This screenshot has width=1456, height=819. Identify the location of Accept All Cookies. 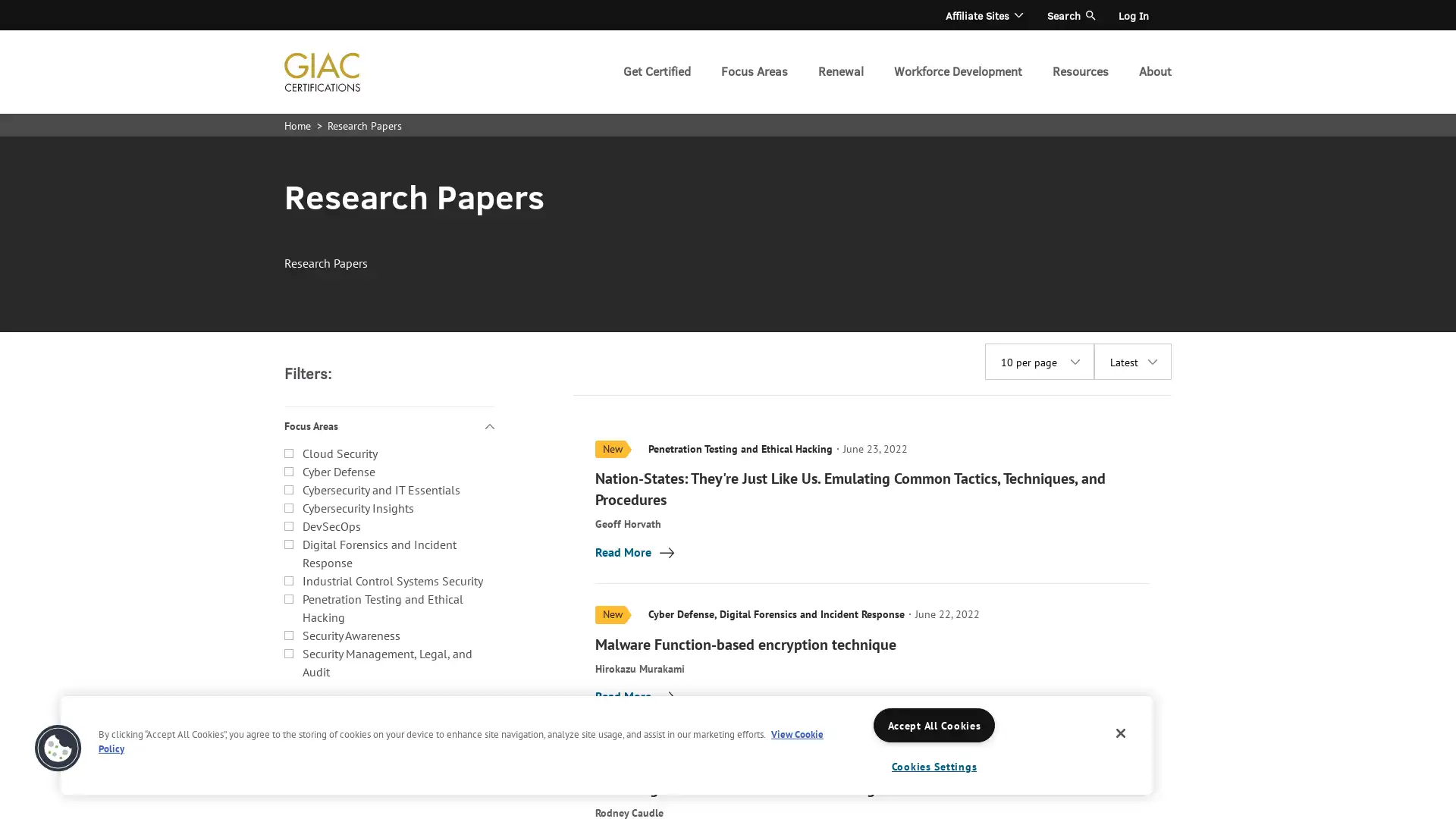
(934, 724).